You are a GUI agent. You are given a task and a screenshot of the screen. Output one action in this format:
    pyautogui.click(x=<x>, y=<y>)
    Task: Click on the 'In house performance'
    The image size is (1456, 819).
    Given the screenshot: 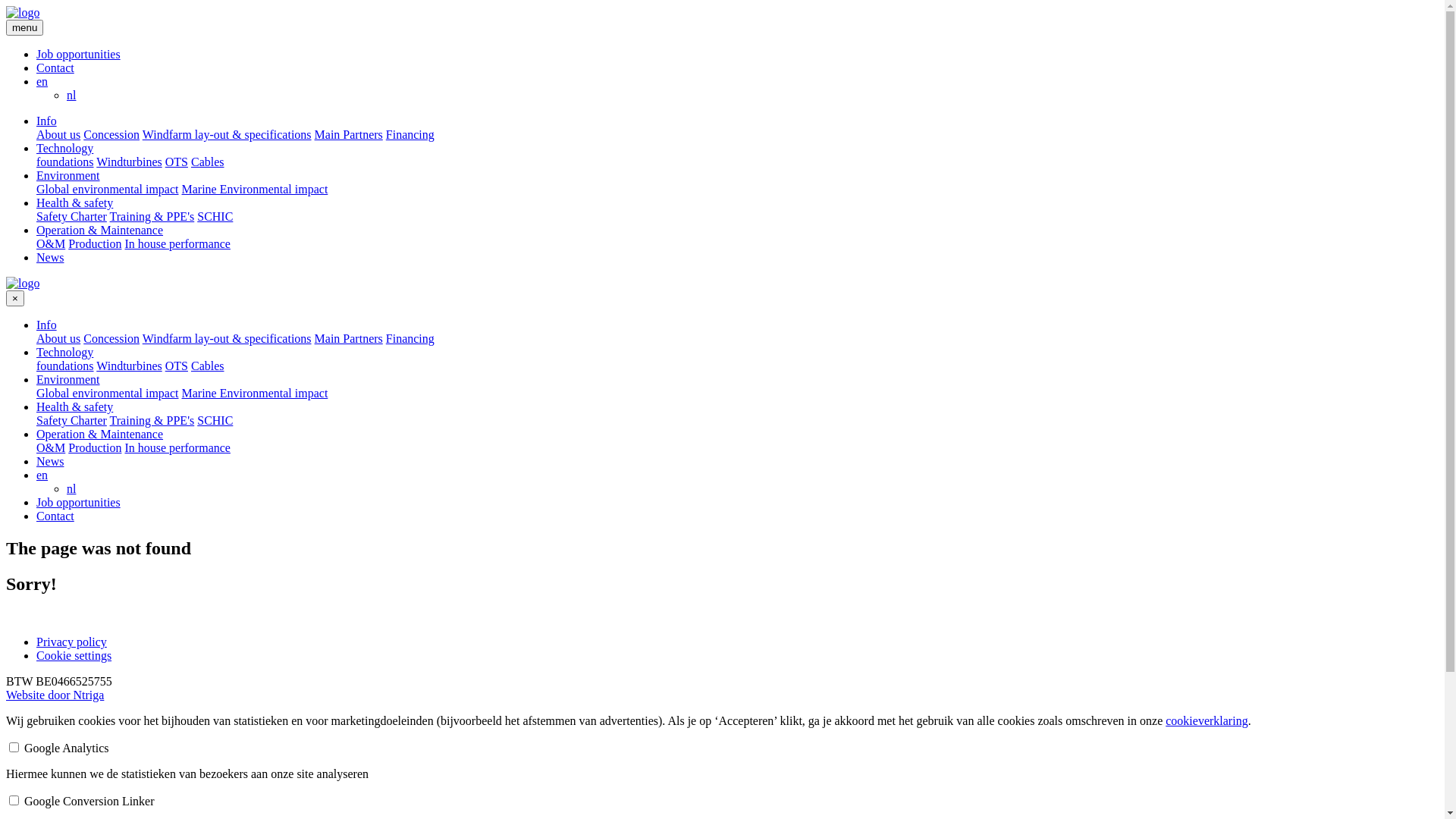 What is the action you would take?
    pyautogui.click(x=177, y=243)
    